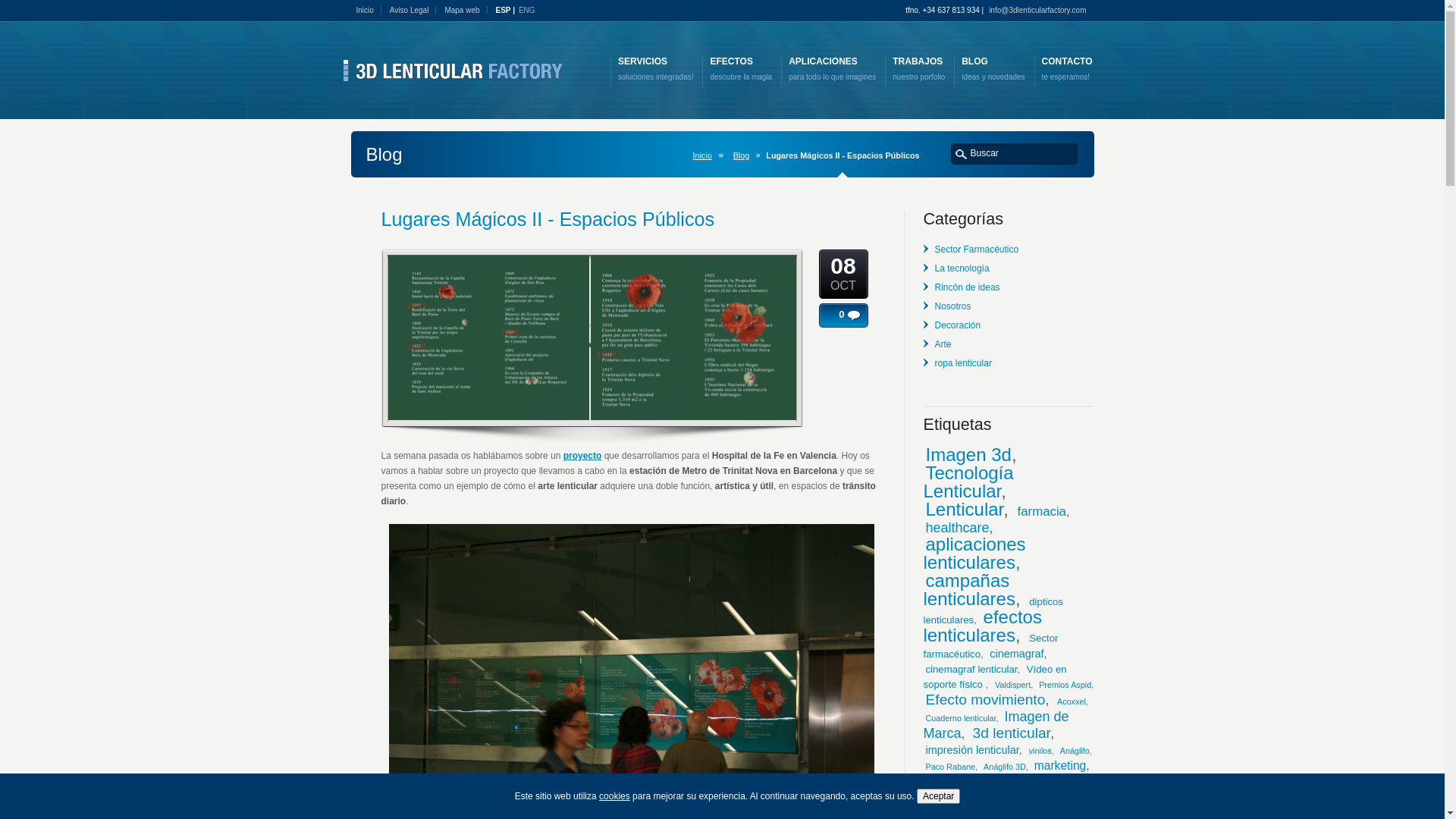  What do you see at coordinates (964, 781) in the screenshot?
I see `'marketing offline'` at bounding box center [964, 781].